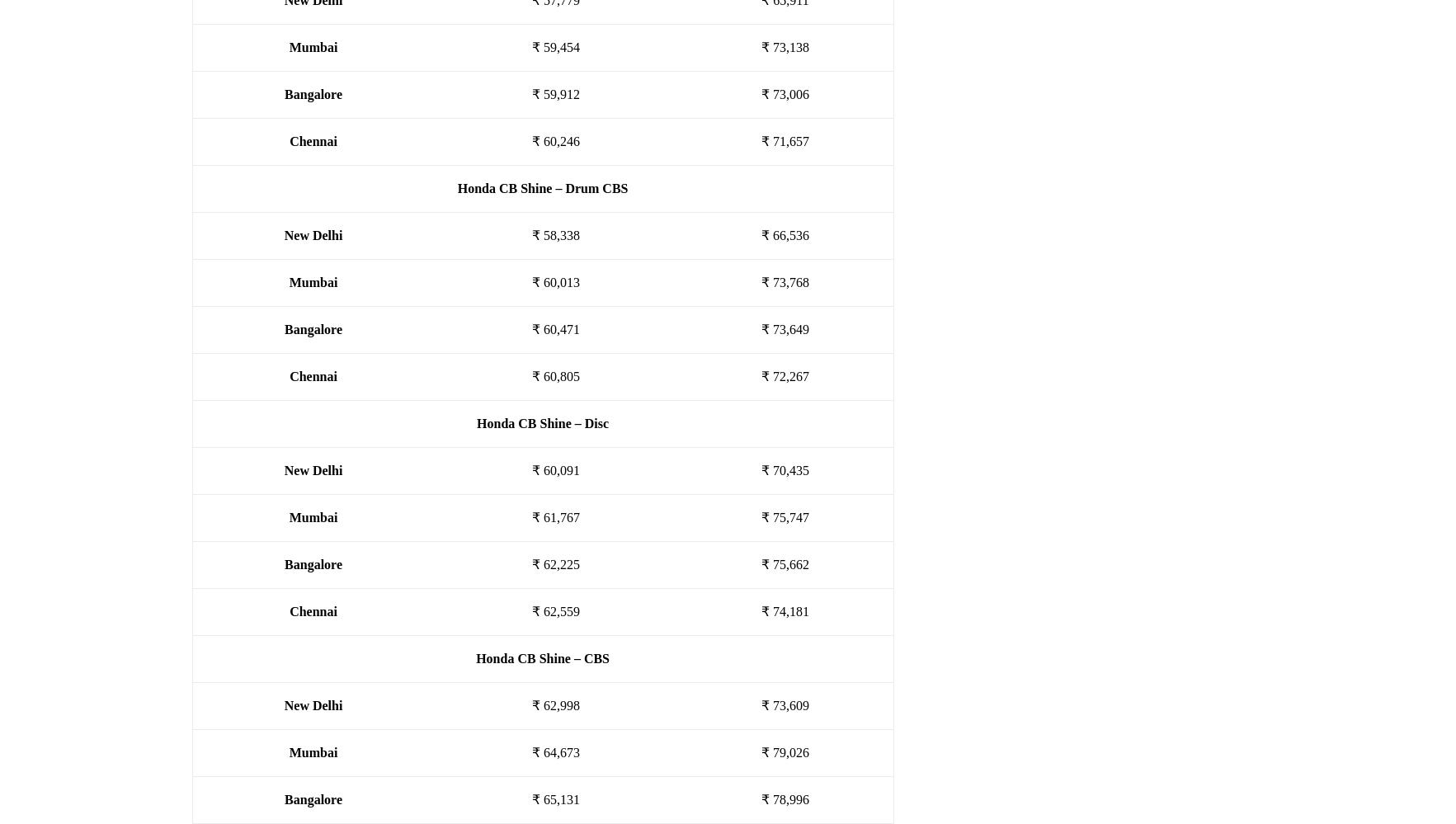 Image resolution: width=1456 pixels, height=824 pixels. What do you see at coordinates (784, 140) in the screenshot?
I see `'₹ 71,657'` at bounding box center [784, 140].